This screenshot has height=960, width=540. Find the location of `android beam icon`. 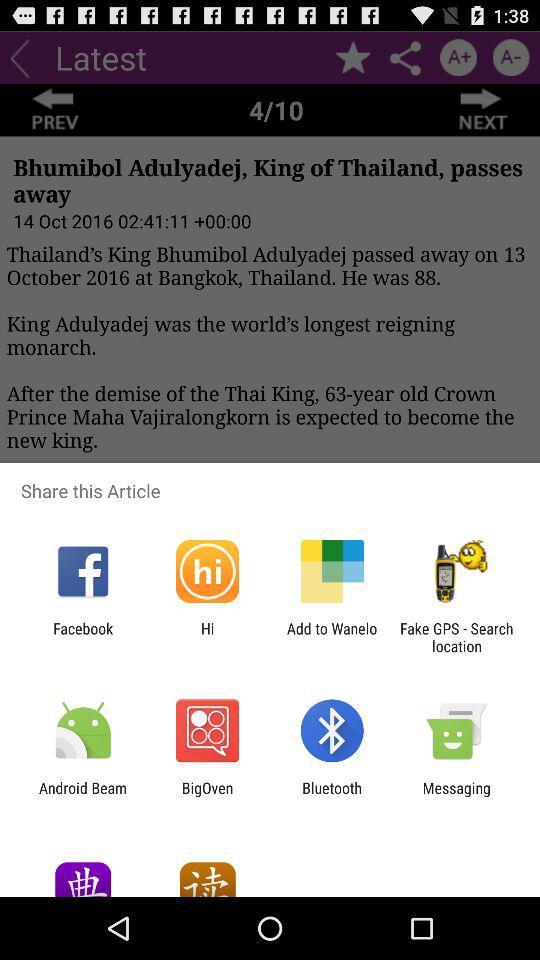

android beam icon is located at coordinates (82, 796).